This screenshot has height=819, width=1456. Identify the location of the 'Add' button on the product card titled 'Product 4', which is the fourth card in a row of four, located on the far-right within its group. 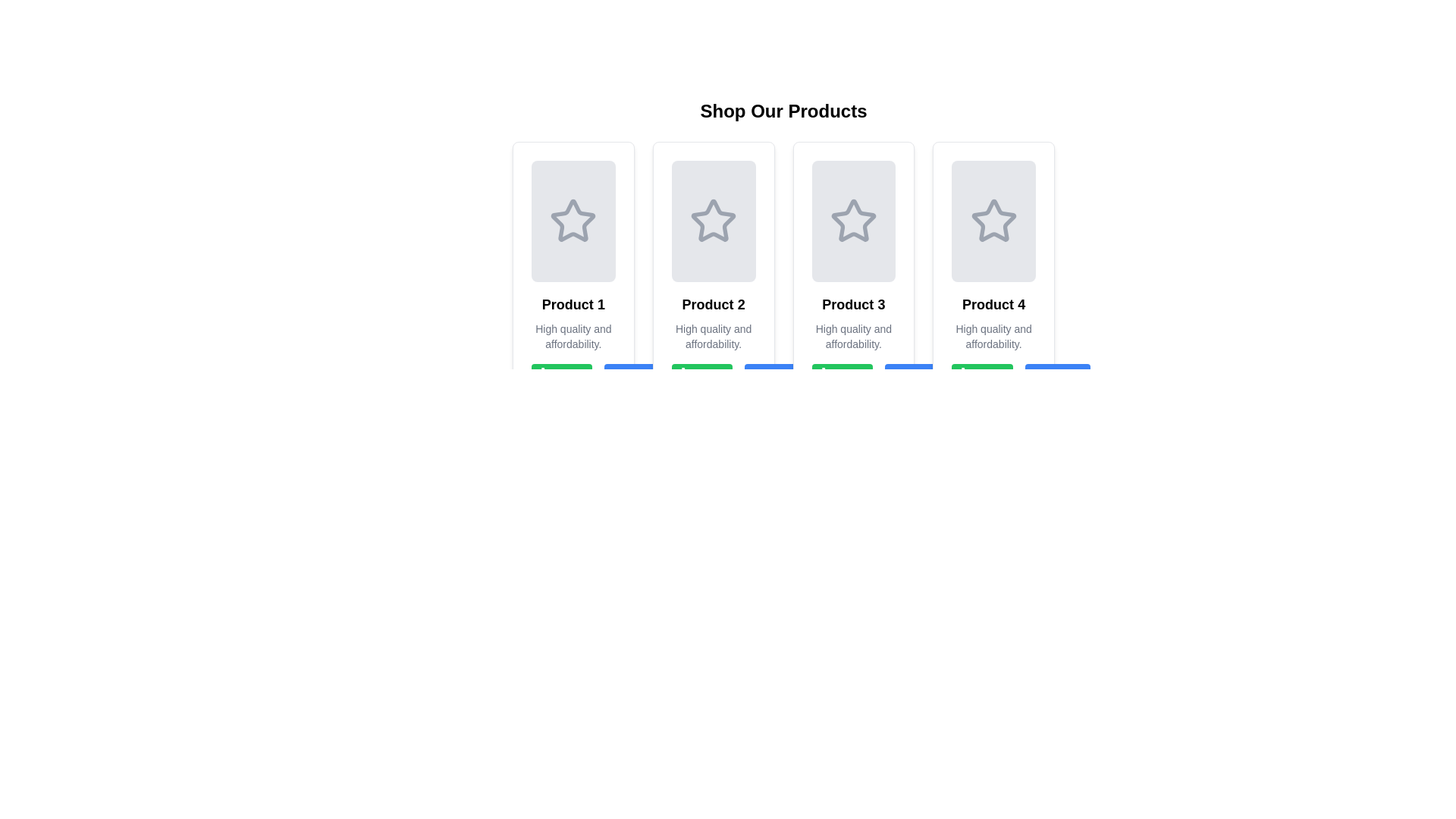
(993, 275).